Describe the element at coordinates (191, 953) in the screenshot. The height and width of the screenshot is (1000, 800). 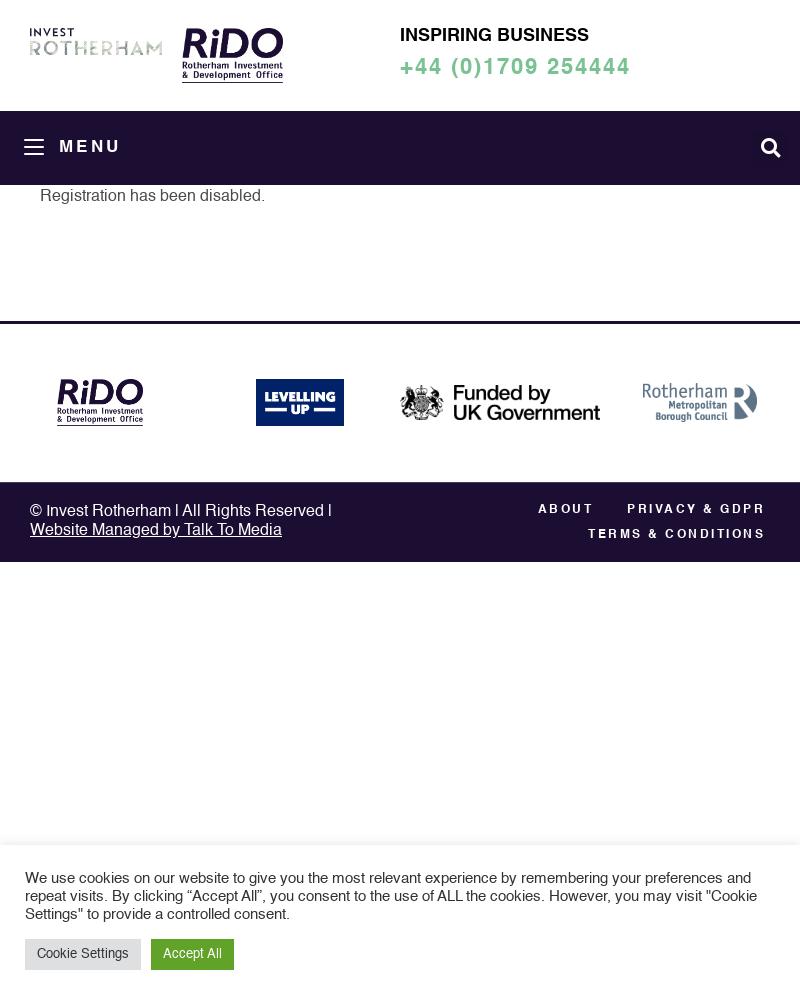
I see `'Accept All'` at that location.